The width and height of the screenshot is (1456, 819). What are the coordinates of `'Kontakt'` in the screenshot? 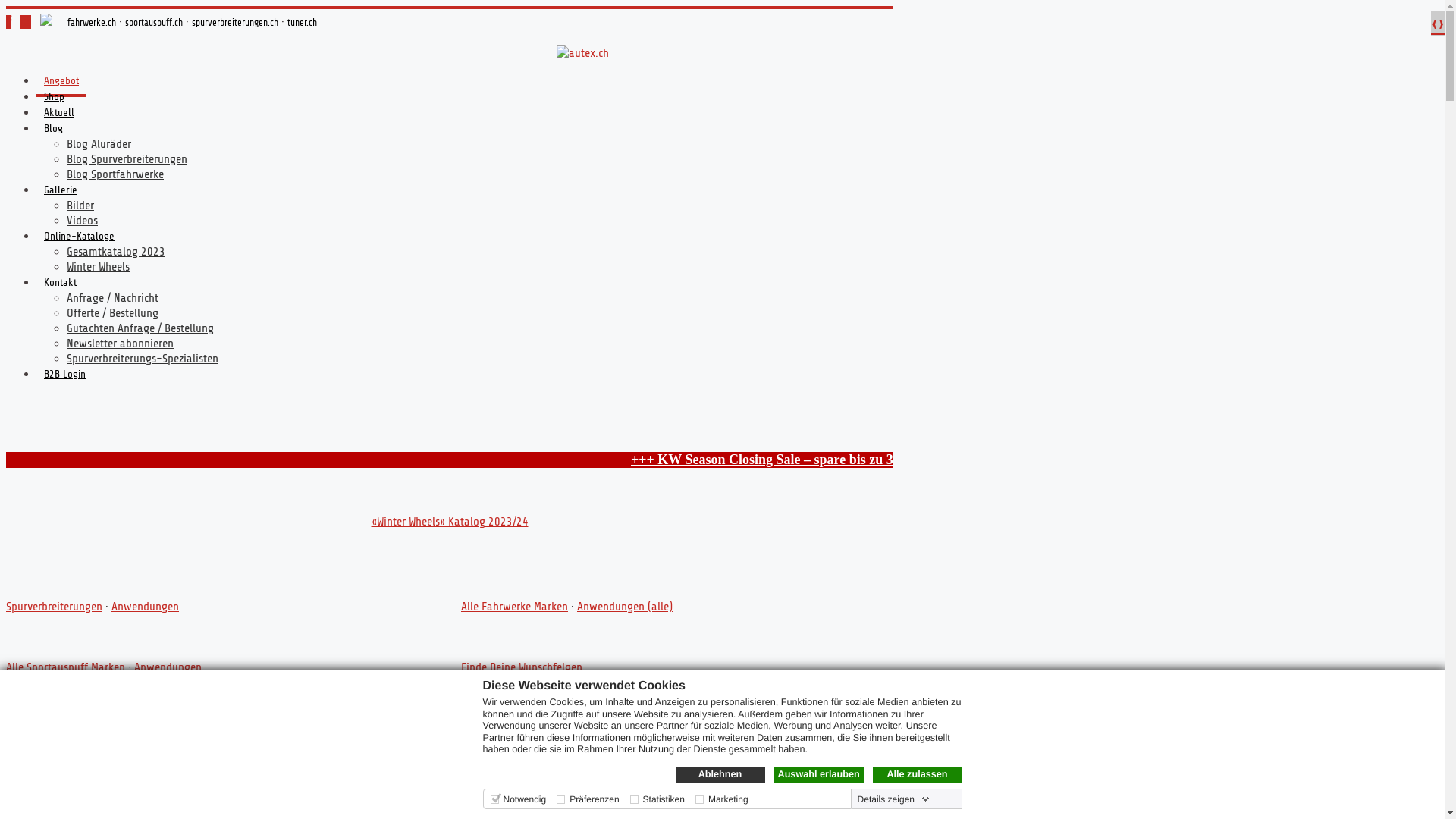 It's located at (60, 286).